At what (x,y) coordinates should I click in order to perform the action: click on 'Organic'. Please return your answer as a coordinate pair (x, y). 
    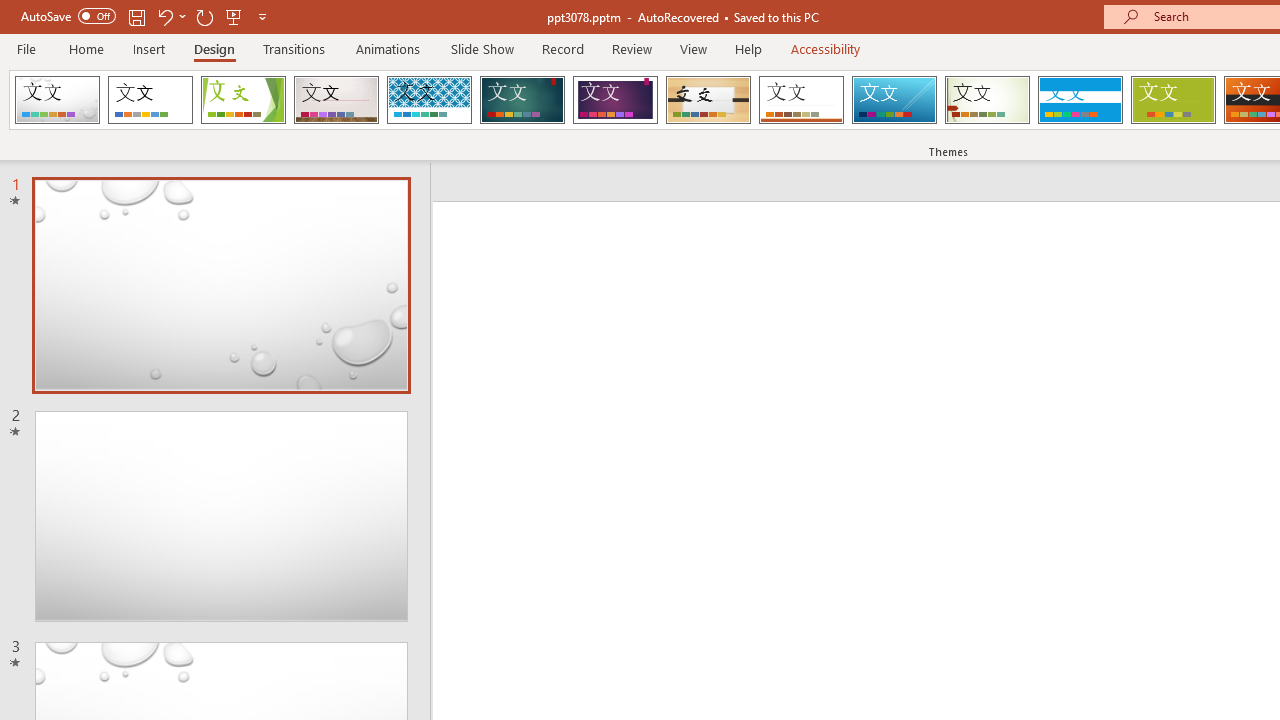
    Looking at the image, I should click on (708, 100).